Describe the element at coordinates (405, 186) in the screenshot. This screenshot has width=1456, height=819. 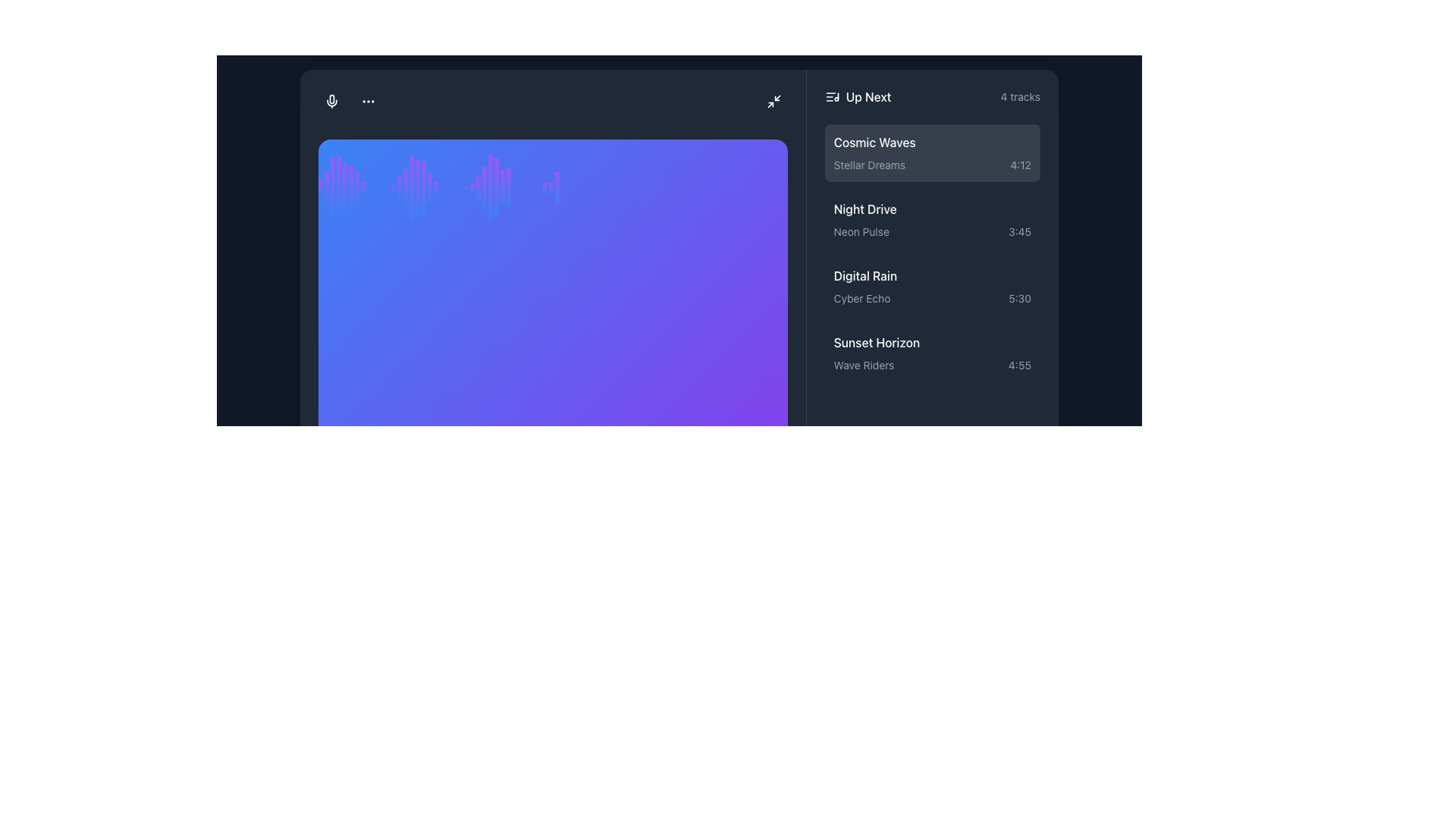
I see `the slim vertical bar with a gradient transitioning from blue at the base to purple at the top, which is the 16th element in a group of similar bars` at that location.